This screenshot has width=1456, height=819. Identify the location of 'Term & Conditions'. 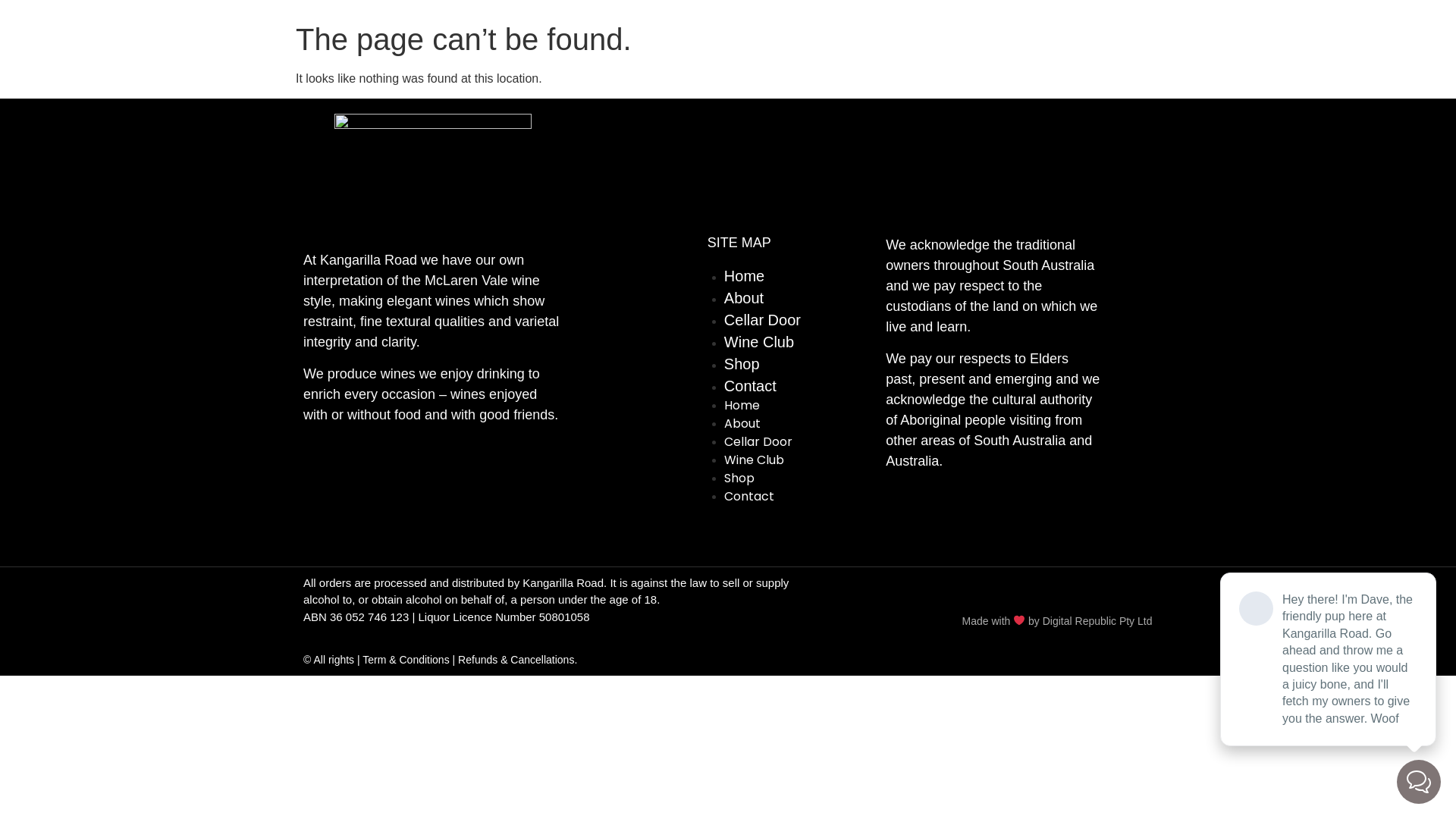
(405, 659).